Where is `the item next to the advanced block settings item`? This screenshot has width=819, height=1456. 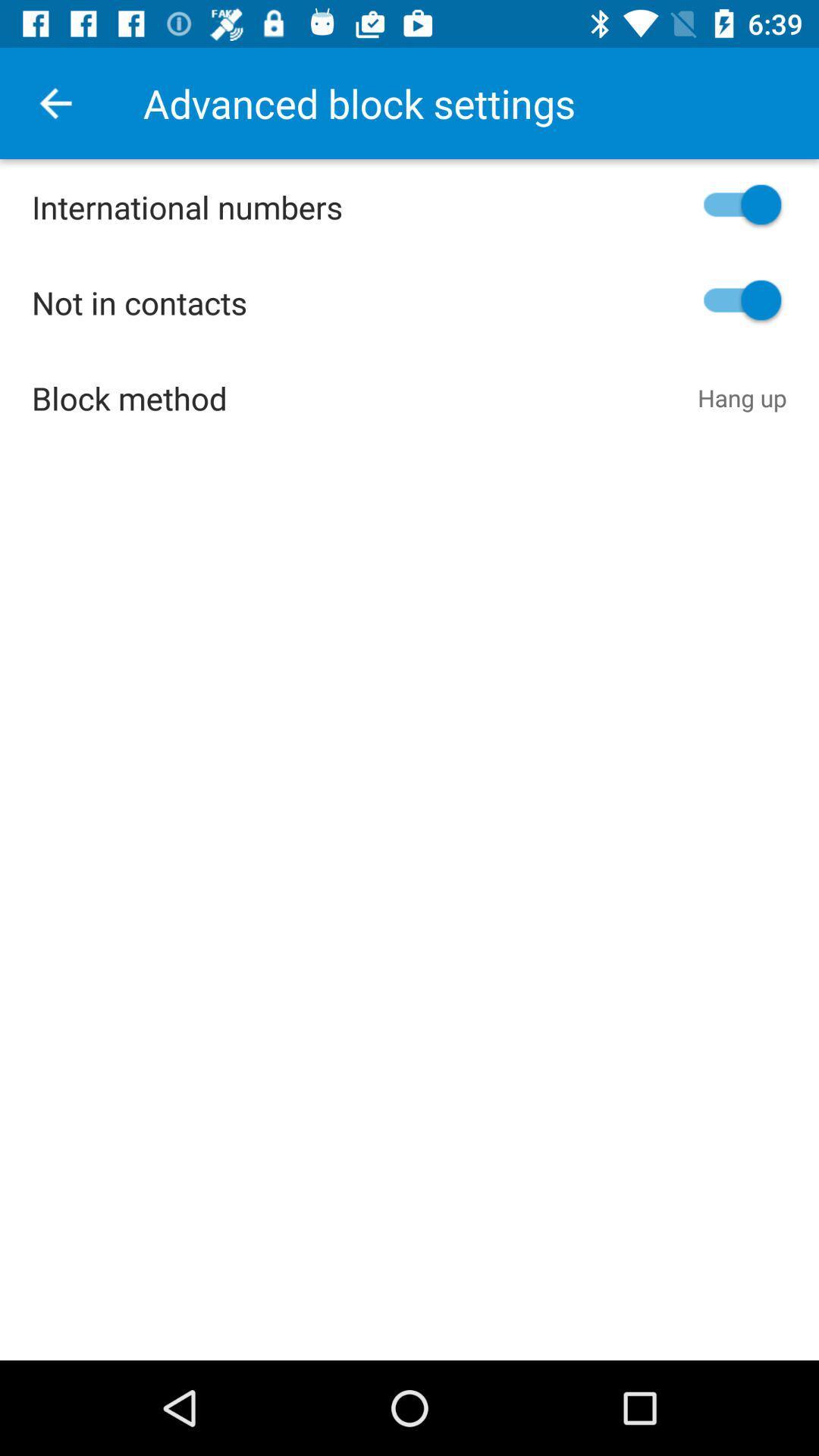 the item next to the advanced block settings item is located at coordinates (55, 102).